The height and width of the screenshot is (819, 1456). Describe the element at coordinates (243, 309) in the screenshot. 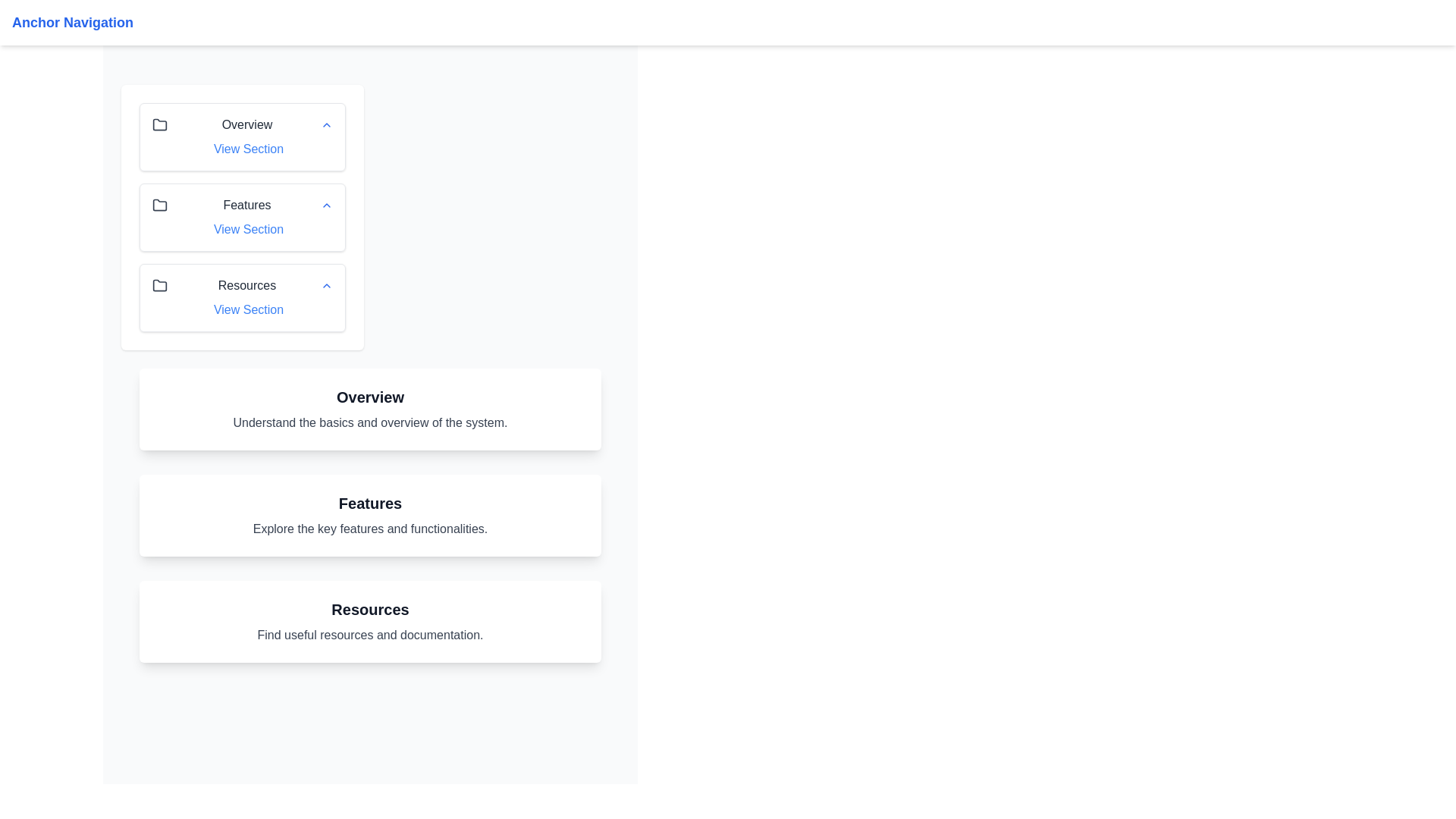

I see `the third 'View Section' hyperlink located in the 'Resources' section of the menu` at that location.